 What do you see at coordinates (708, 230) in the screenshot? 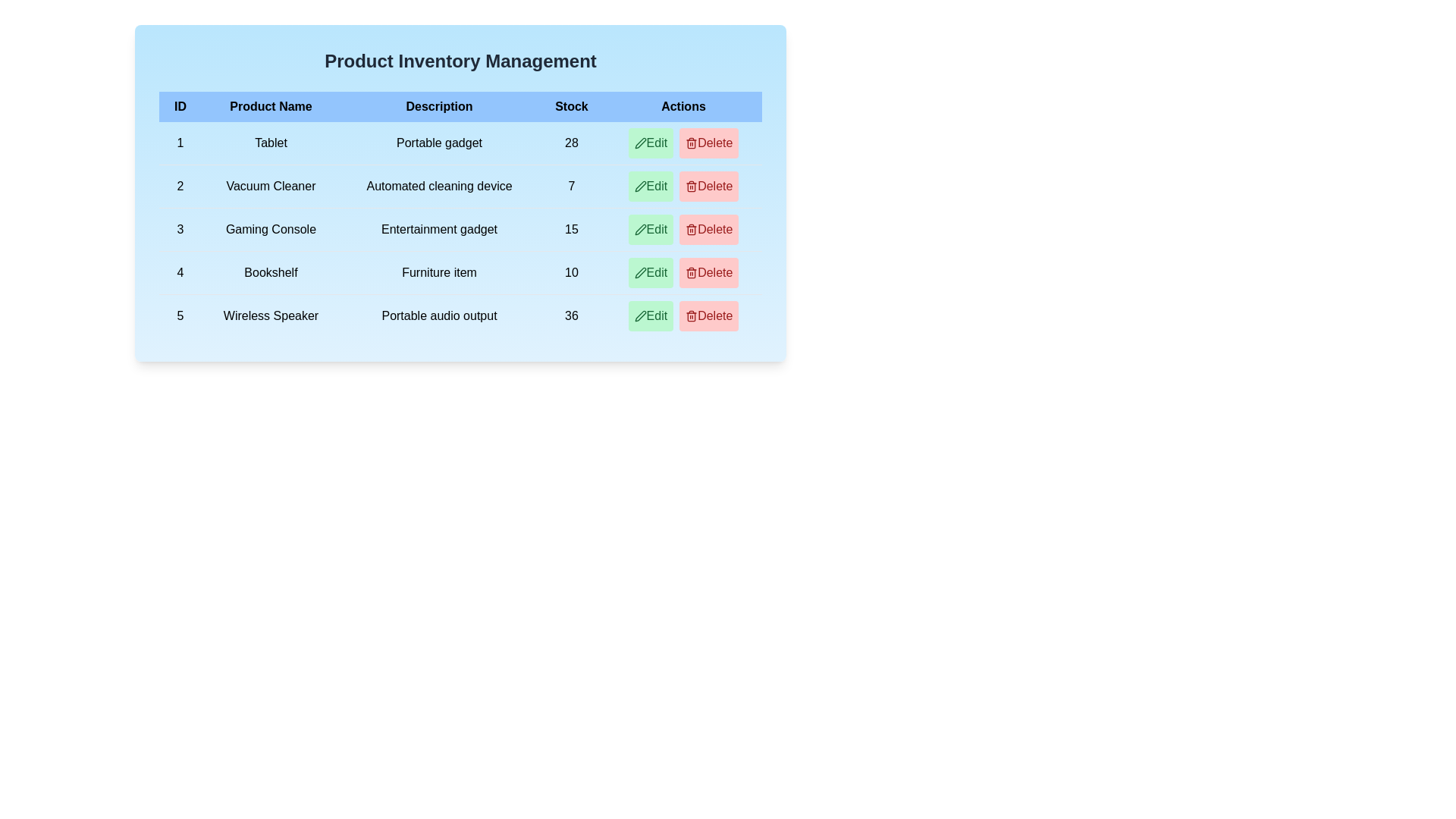
I see `the 'Delete' button with a red background and trash can icon, located in the third row under the 'Actions' column` at bounding box center [708, 230].